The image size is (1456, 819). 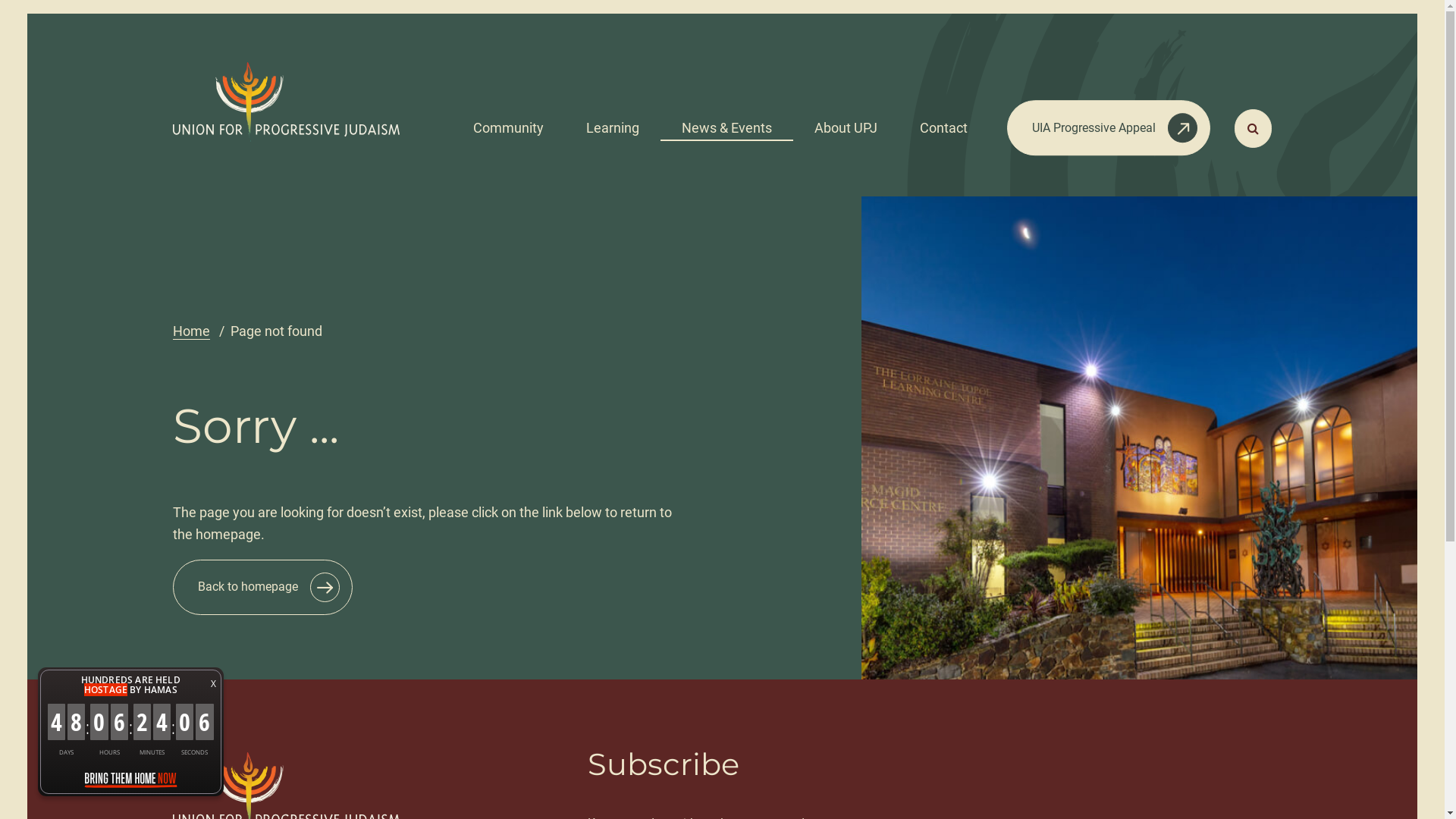 I want to click on 'Back to homepage', so click(x=172, y=586).